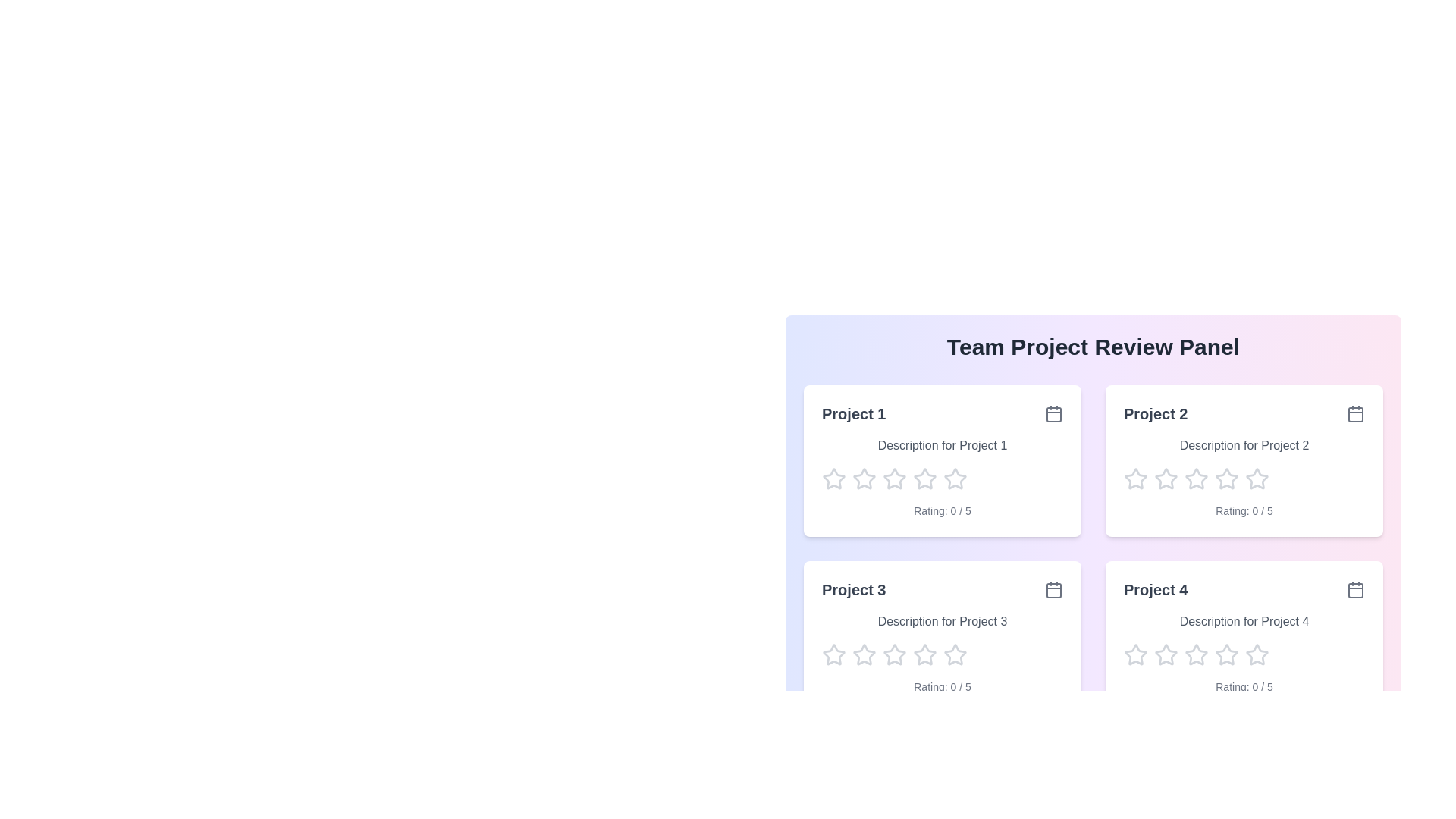 This screenshot has width=1456, height=819. What do you see at coordinates (954, 479) in the screenshot?
I see `the star corresponding to 5 to preview the rating effect` at bounding box center [954, 479].